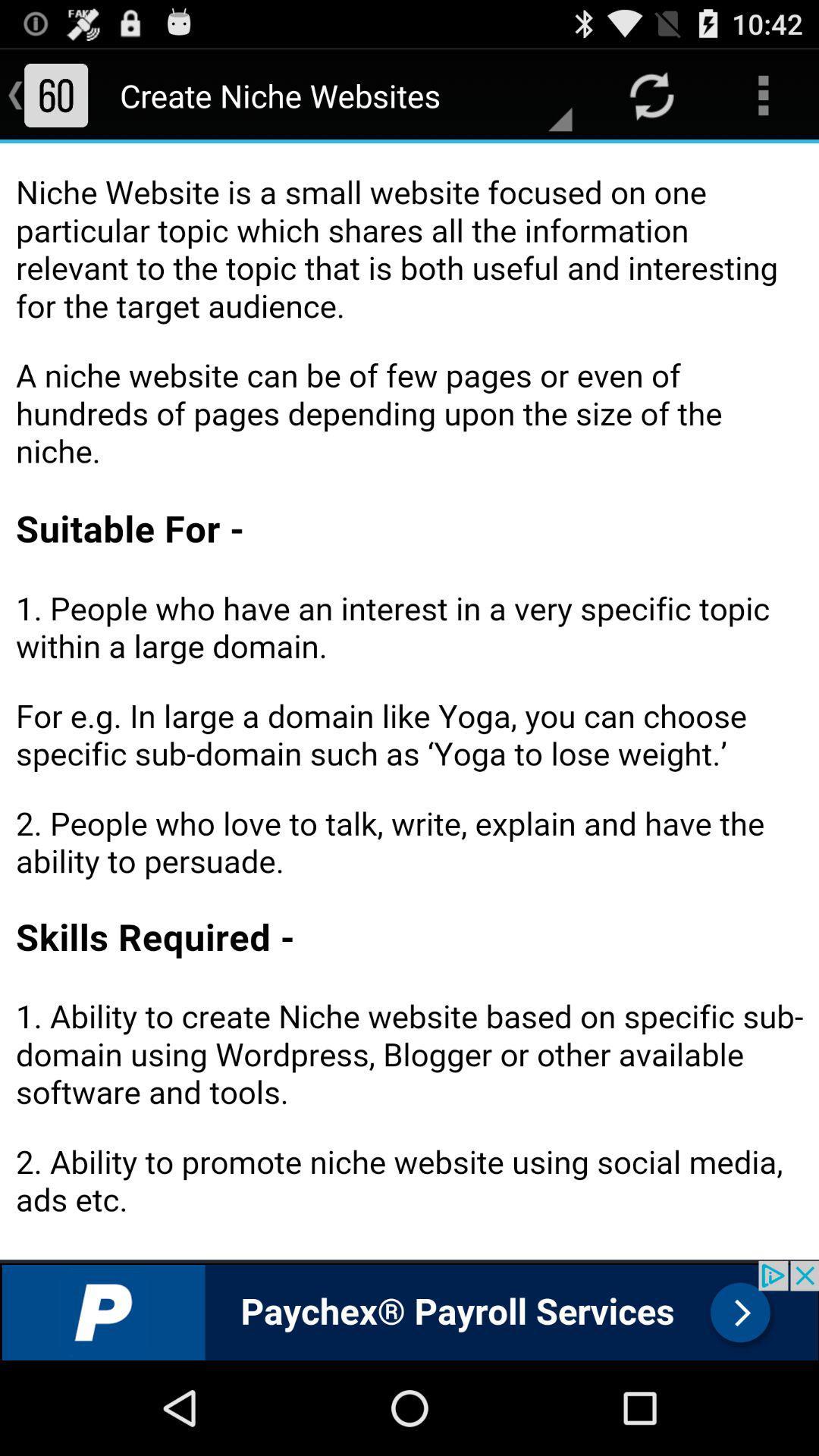 Image resolution: width=819 pixels, height=1456 pixels. I want to click on advertisement page, so click(409, 1310).